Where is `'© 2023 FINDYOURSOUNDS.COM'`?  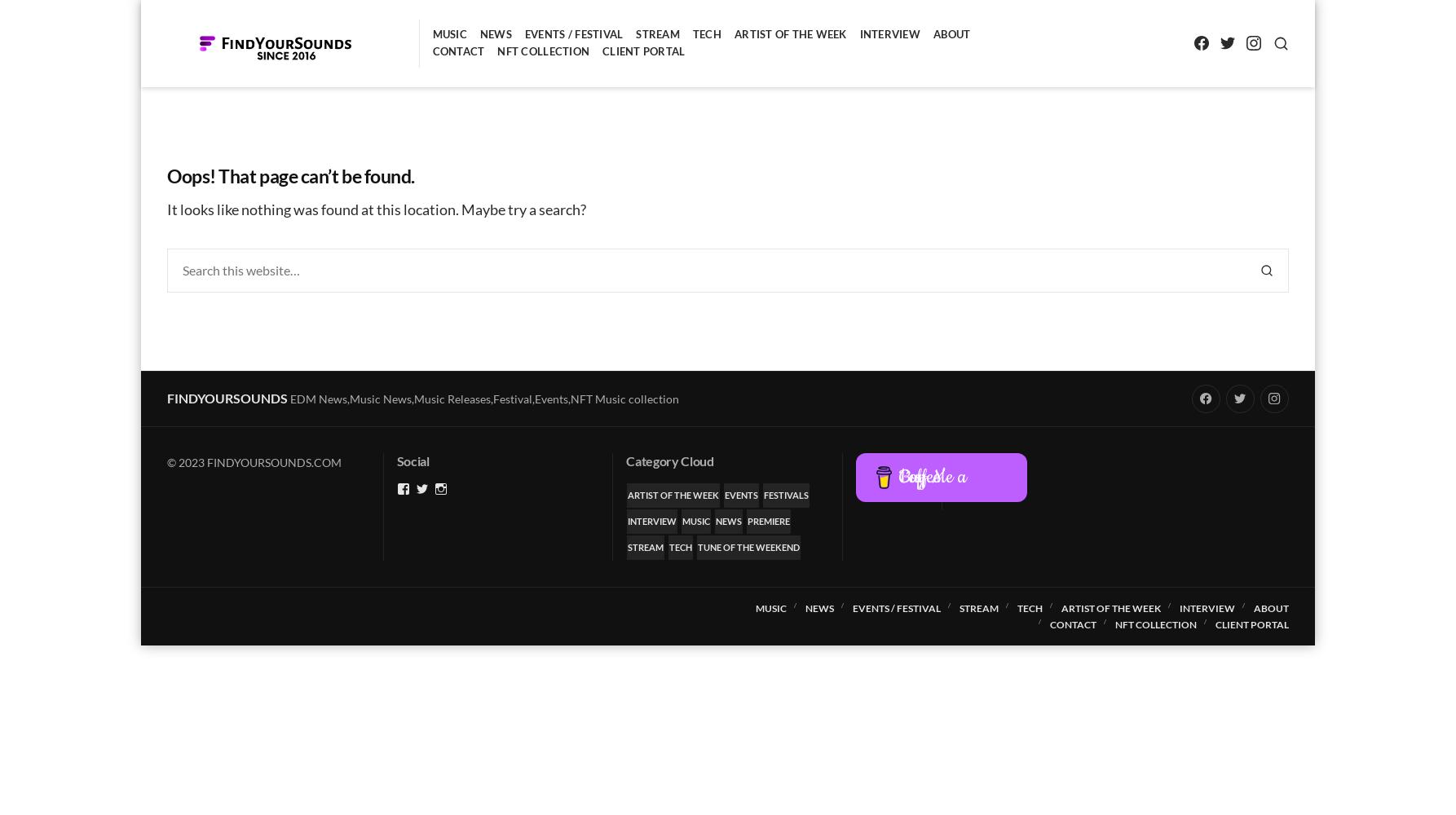 '© 2023 FINDYOURSOUNDS.COM' is located at coordinates (254, 460).